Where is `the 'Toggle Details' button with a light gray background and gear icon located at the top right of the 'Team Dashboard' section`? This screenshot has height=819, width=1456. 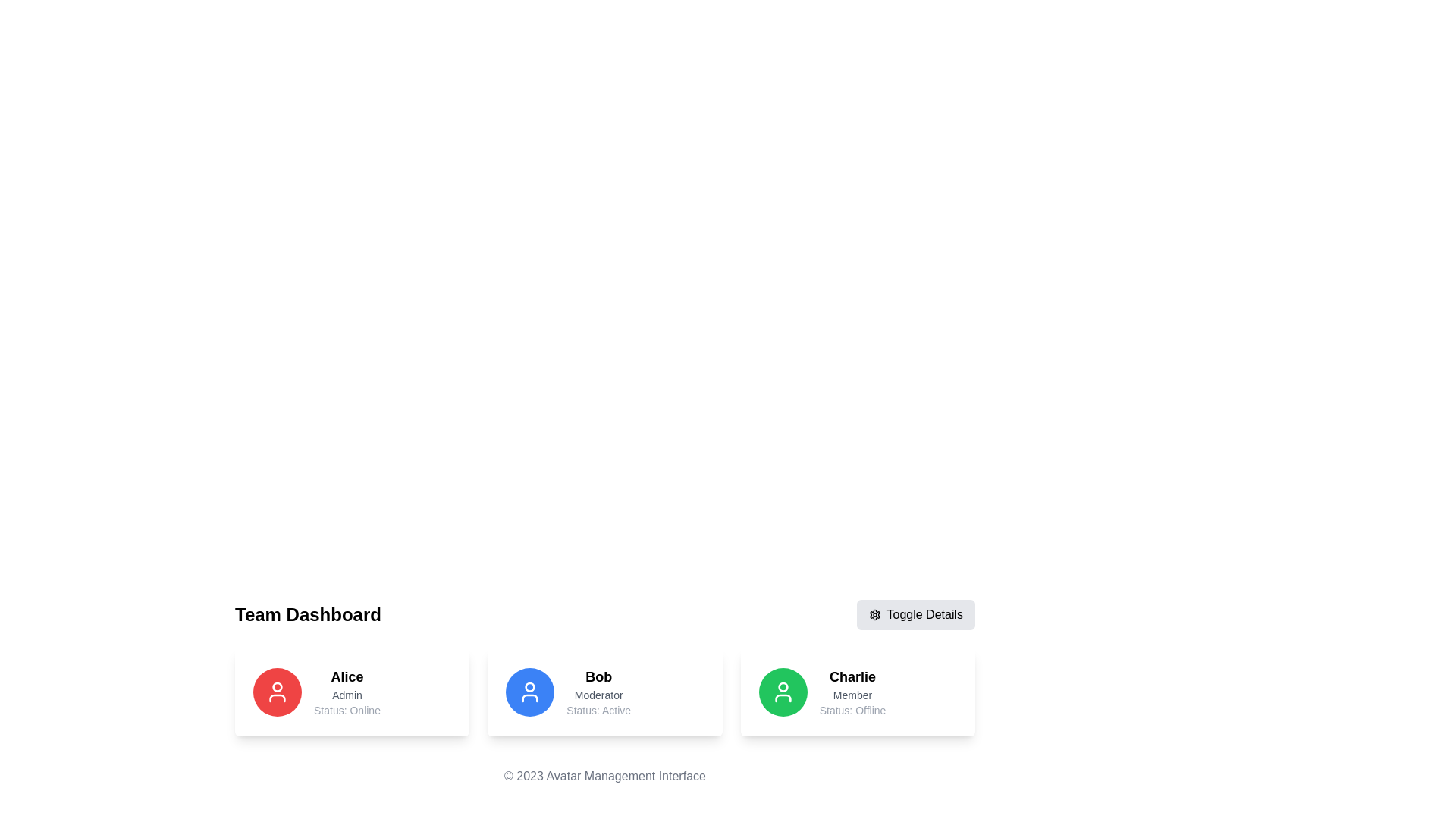 the 'Toggle Details' button with a light gray background and gear icon located at the top right of the 'Team Dashboard' section is located at coordinates (915, 614).